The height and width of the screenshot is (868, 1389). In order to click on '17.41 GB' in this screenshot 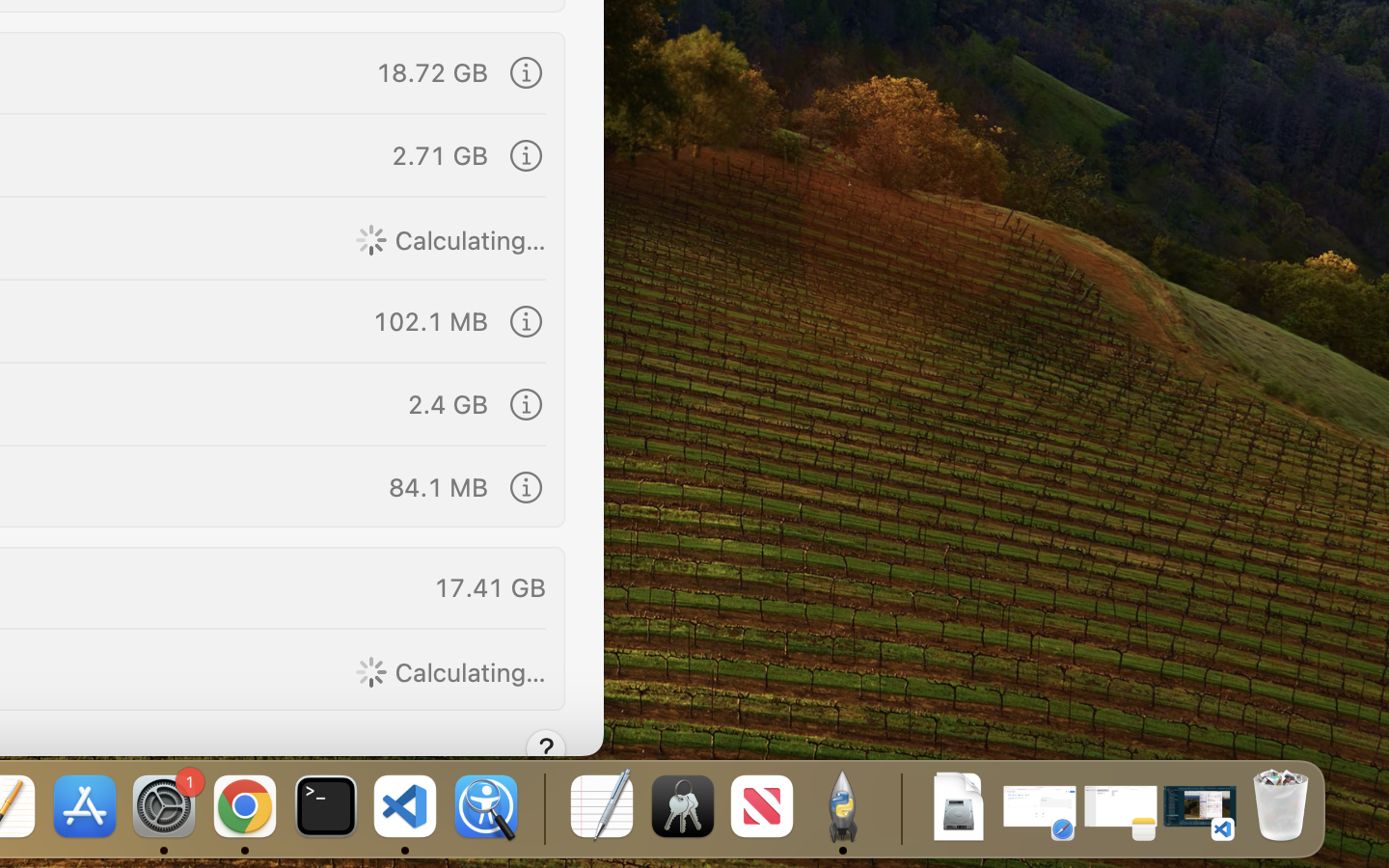, I will do `click(489, 586)`.